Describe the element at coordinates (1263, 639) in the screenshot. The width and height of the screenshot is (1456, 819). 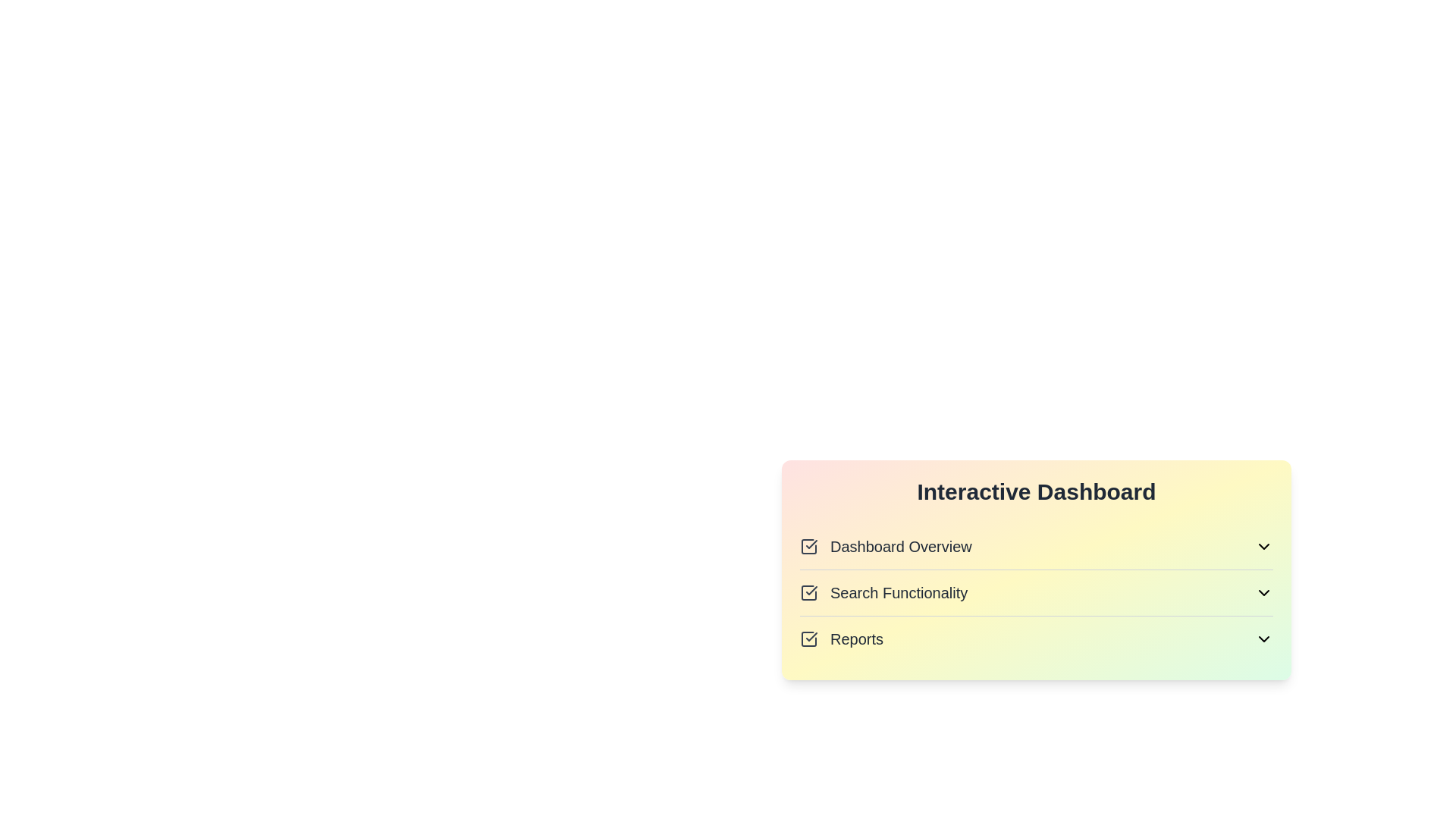
I see `the icon associated with Reports to toggle its visibility` at that location.